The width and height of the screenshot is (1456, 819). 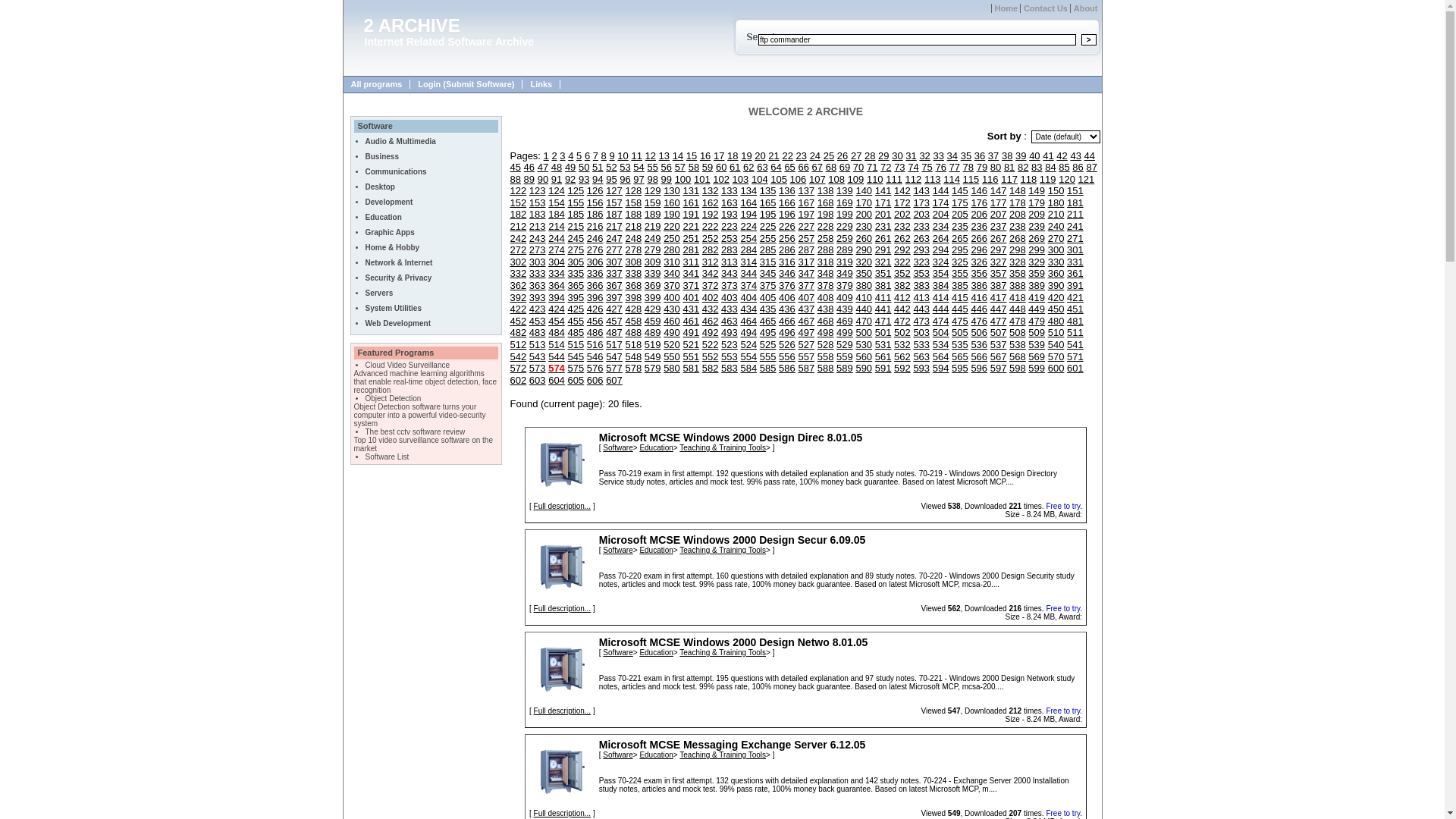 I want to click on '289', so click(x=843, y=249).